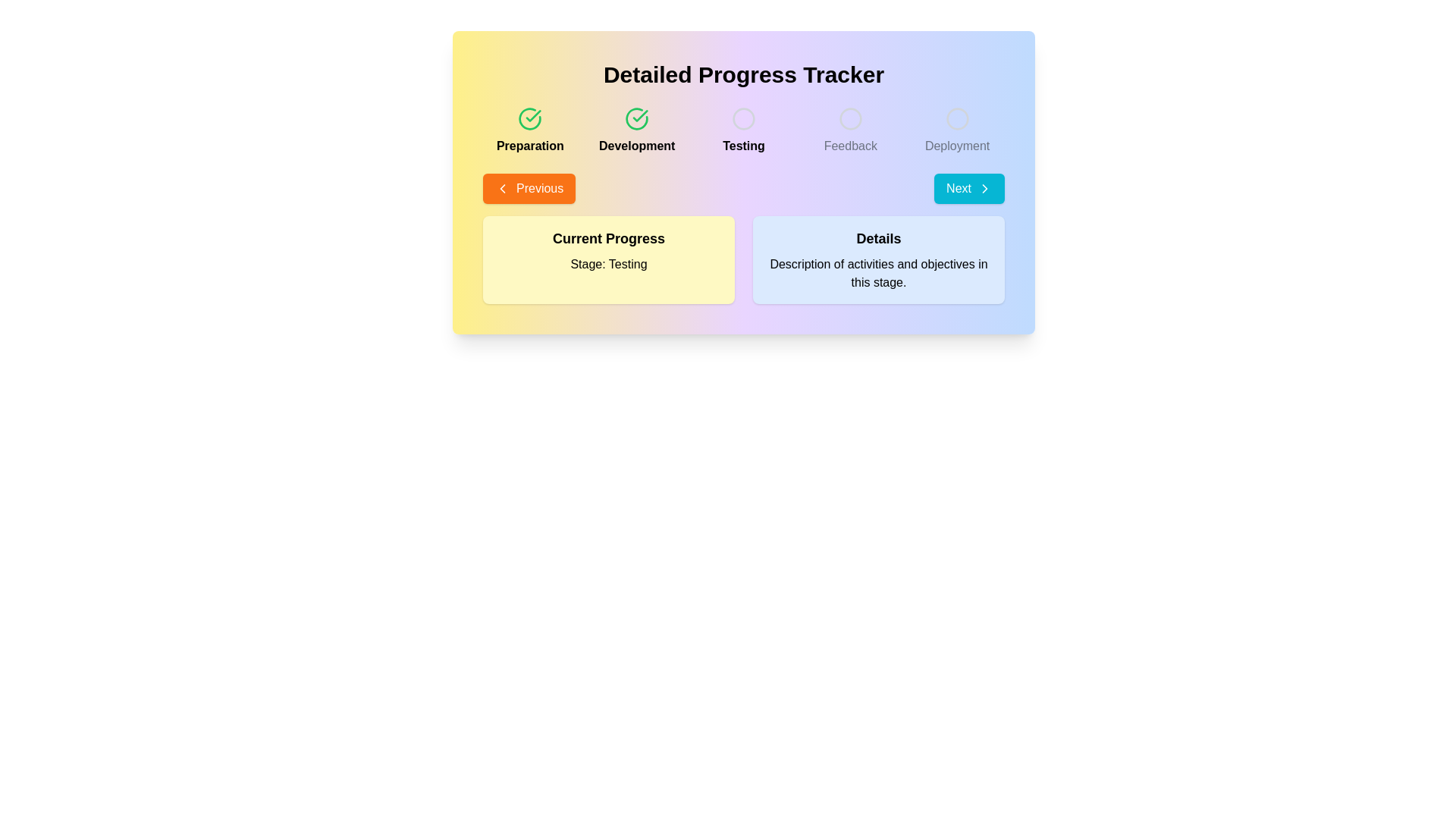 The image size is (1456, 819). What do you see at coordinates (878, 259) in the screenshot?
I see `content from the informational panel located in the middle-right portion of the layout, which provides details and objectives of a specific stage` at bounding box center [878, 259].